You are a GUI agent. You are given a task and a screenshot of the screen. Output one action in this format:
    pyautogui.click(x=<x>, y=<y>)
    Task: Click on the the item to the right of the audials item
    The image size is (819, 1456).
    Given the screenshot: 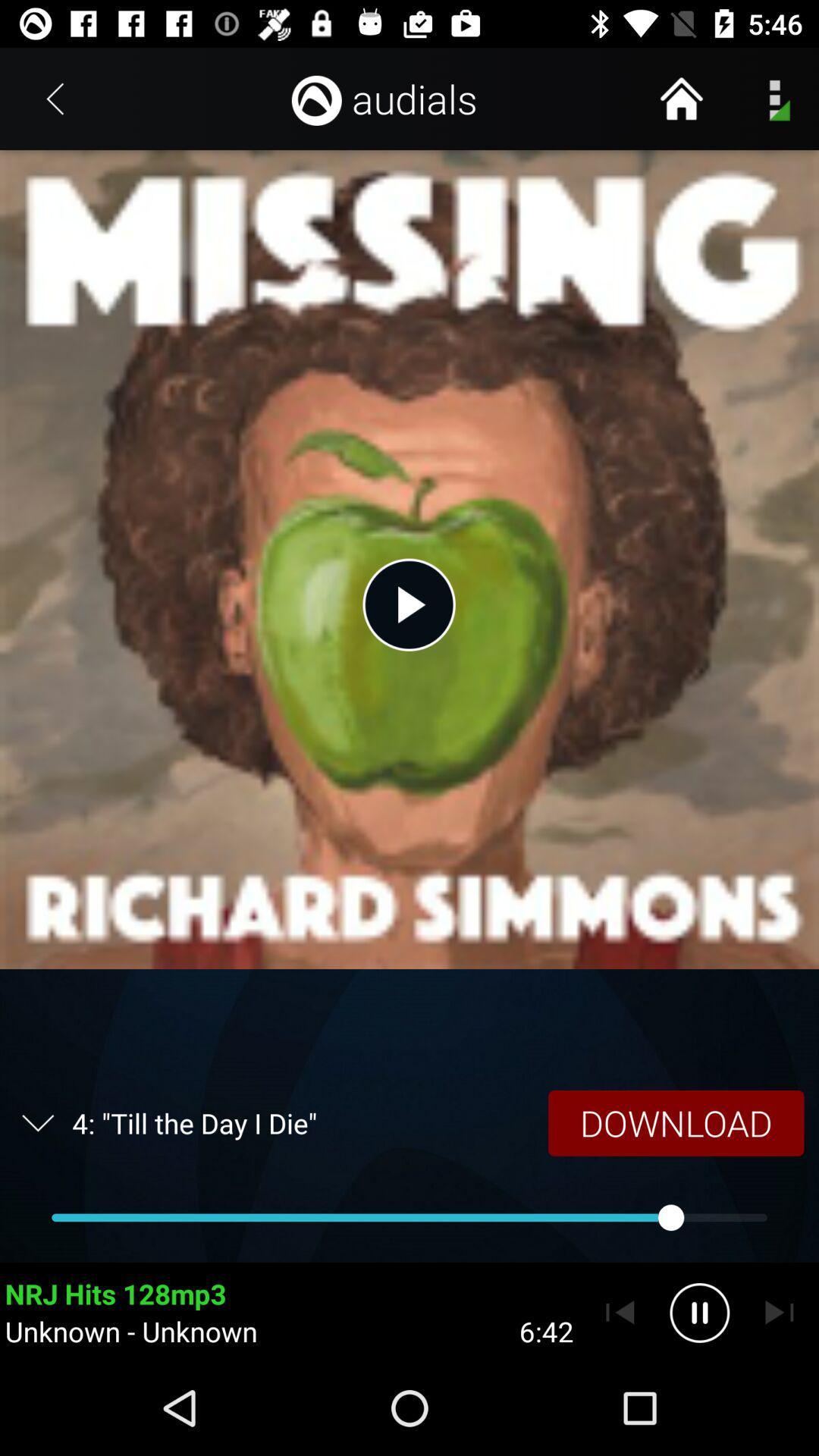 What is the action you would take?
    pyautogui.click(x=680, y=98)
    